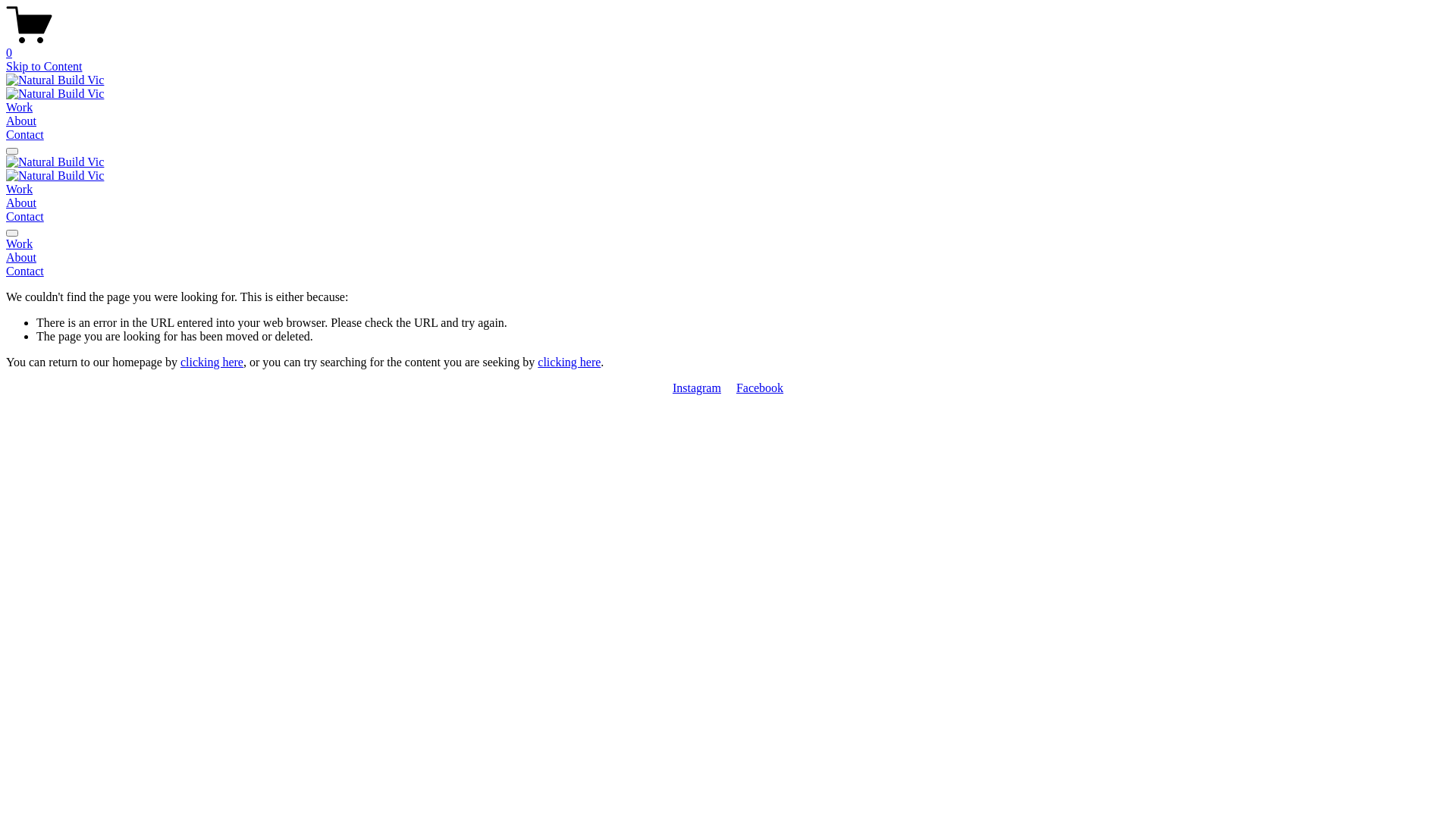 This screenshot has height=819, width=1456. What do you see at coordinates (695, 387) in the screenshot?
I see `'Instagram'` at bounding box center [695, 387].